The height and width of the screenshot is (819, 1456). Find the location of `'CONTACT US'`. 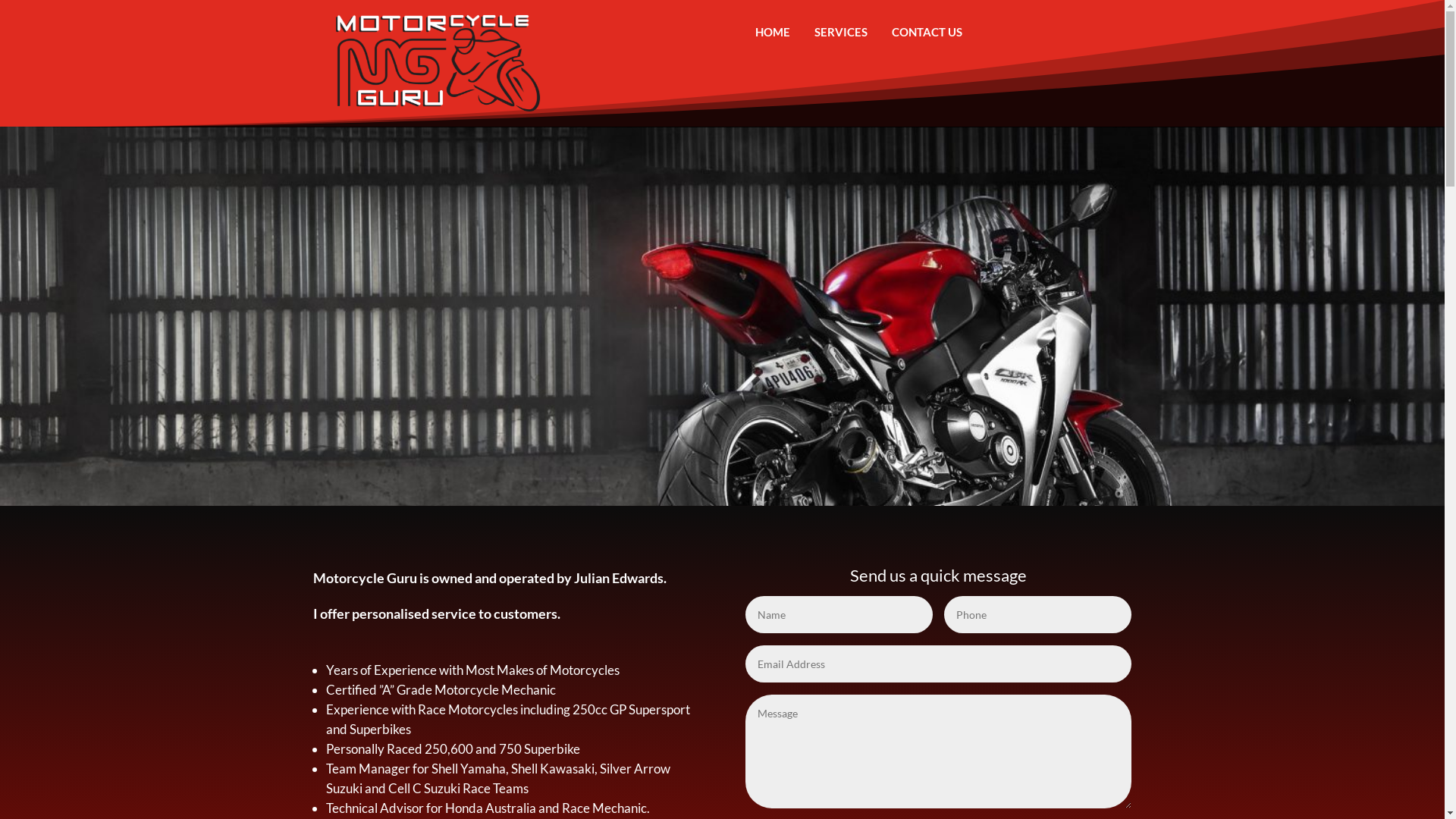

'CONTACT US' is located at coordinates (880, 32).